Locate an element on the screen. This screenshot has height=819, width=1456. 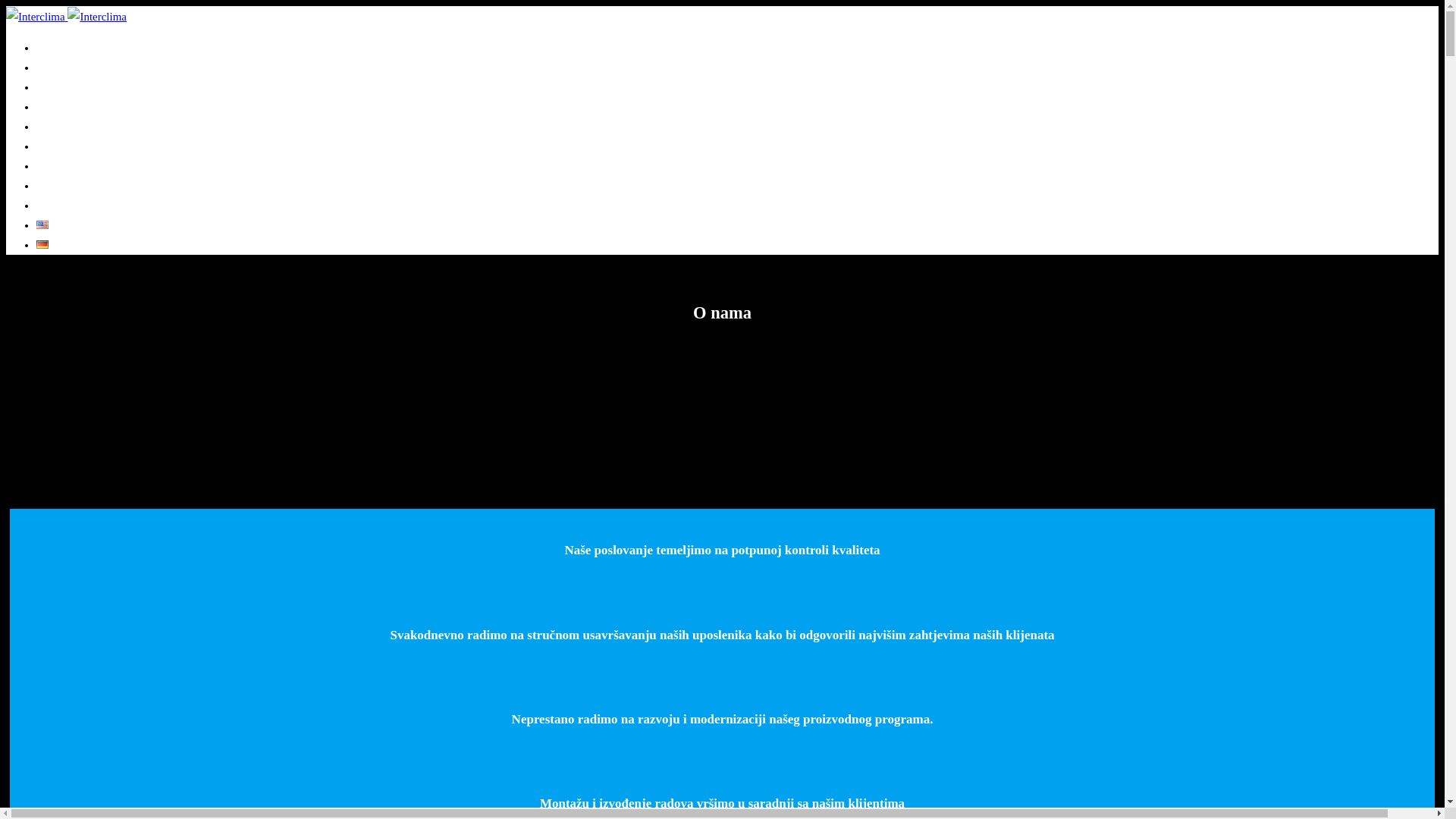
'O nama' is located at coordinates (55, 66).